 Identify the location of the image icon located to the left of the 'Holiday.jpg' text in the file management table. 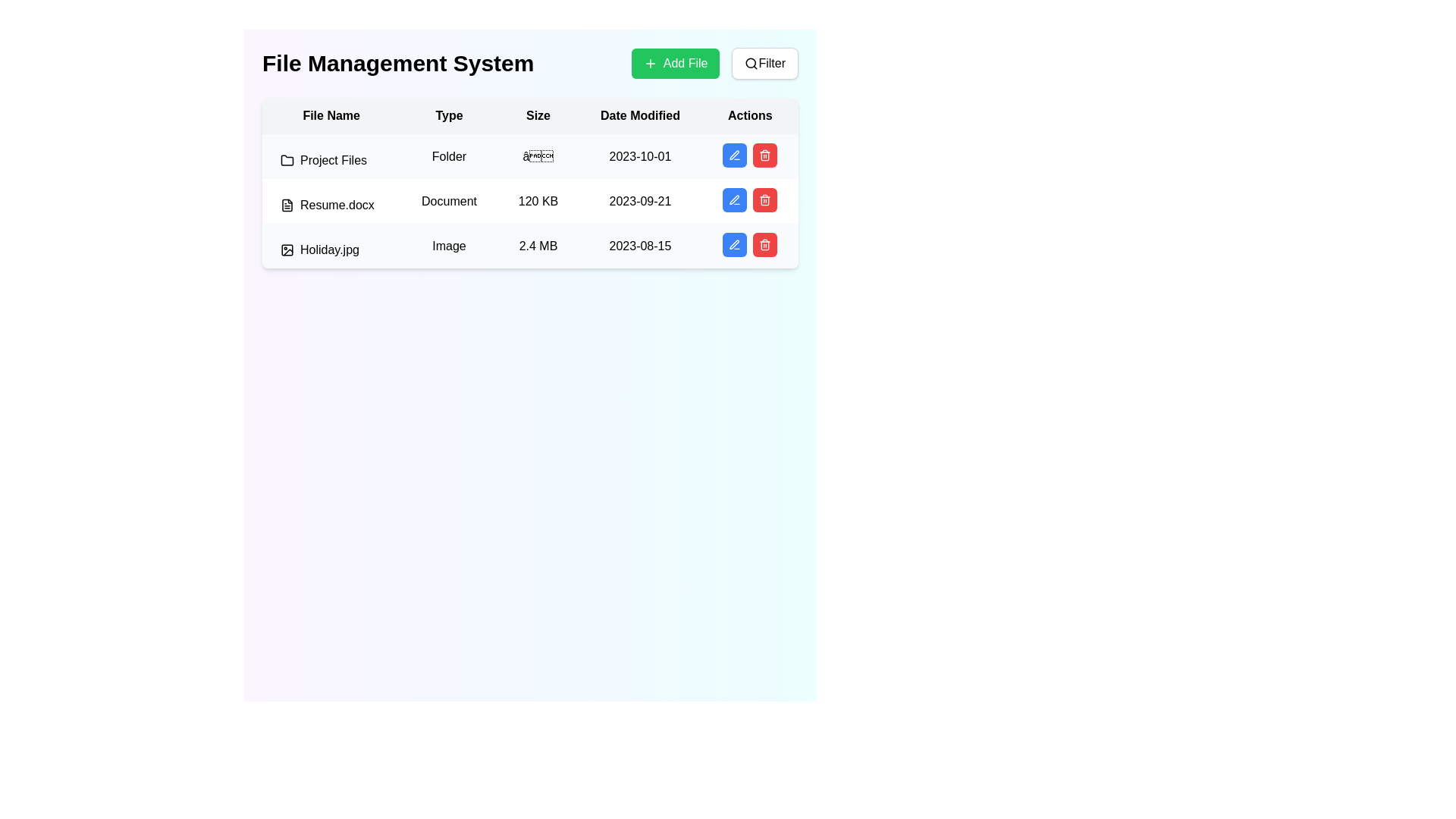
(287, 249).